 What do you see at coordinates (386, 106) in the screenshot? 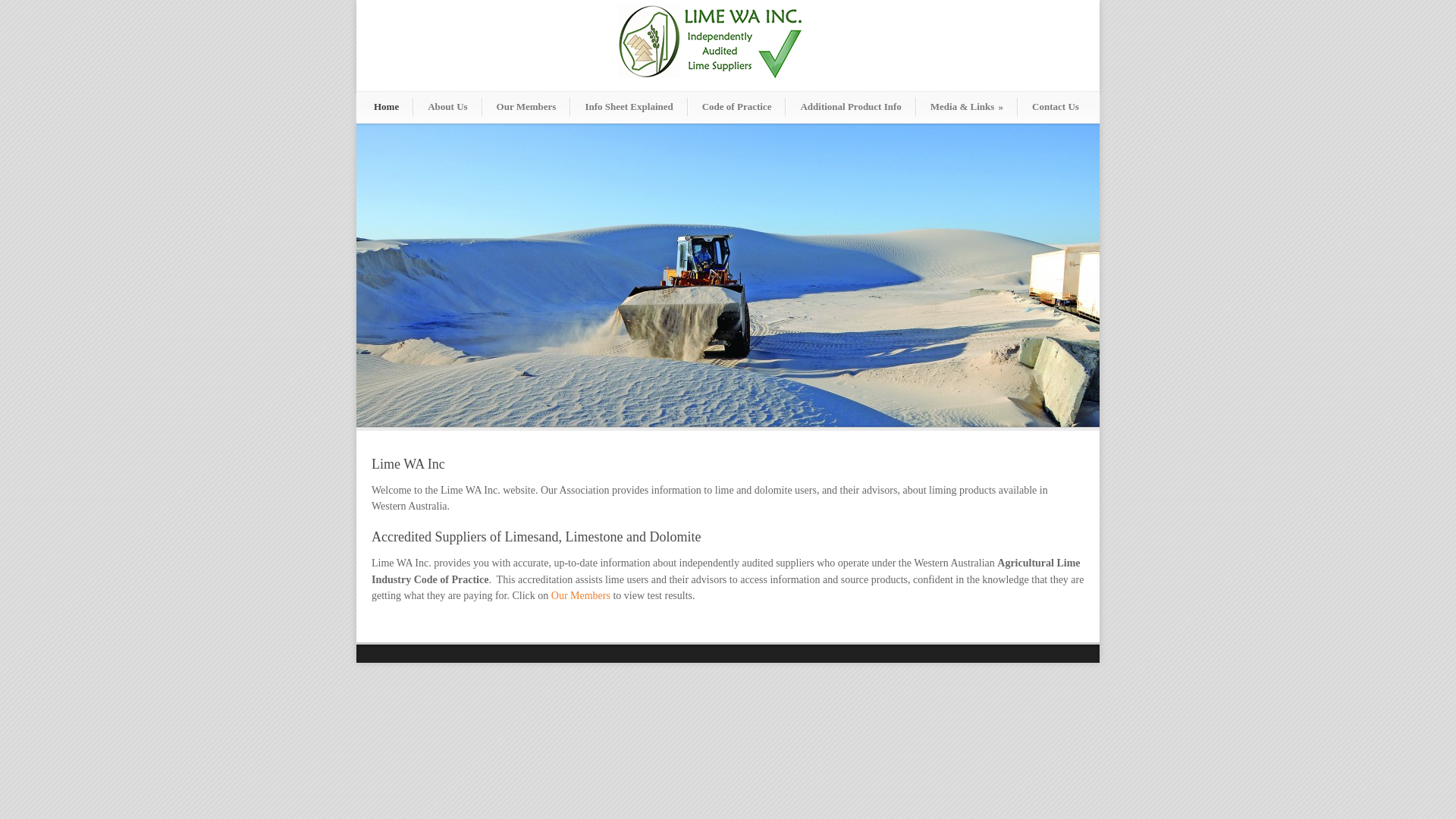
I see `'Home'` at bounding box center [386, 106].